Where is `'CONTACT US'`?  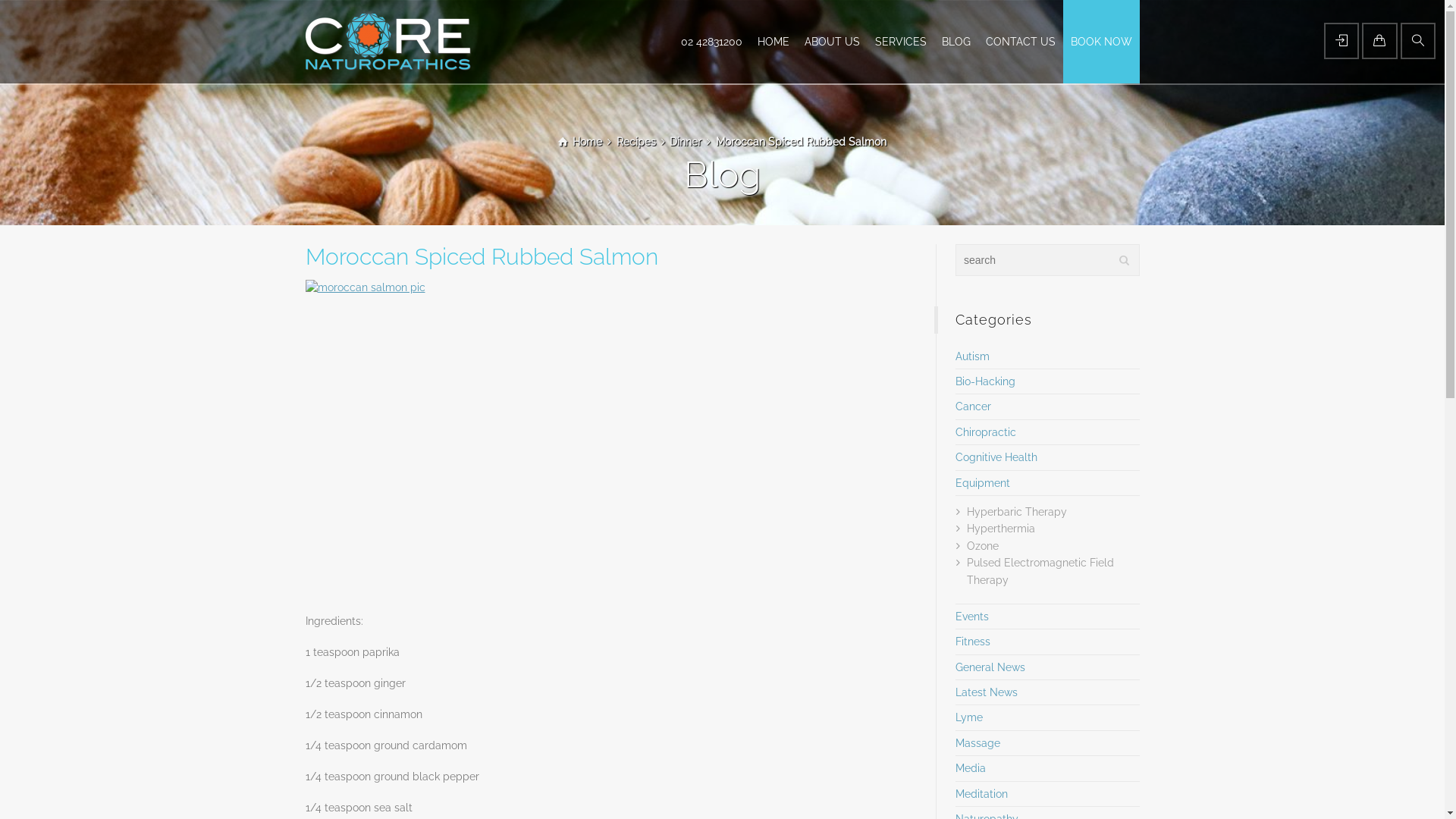 'CONTACT US' is located at coordinates (1020, 40).